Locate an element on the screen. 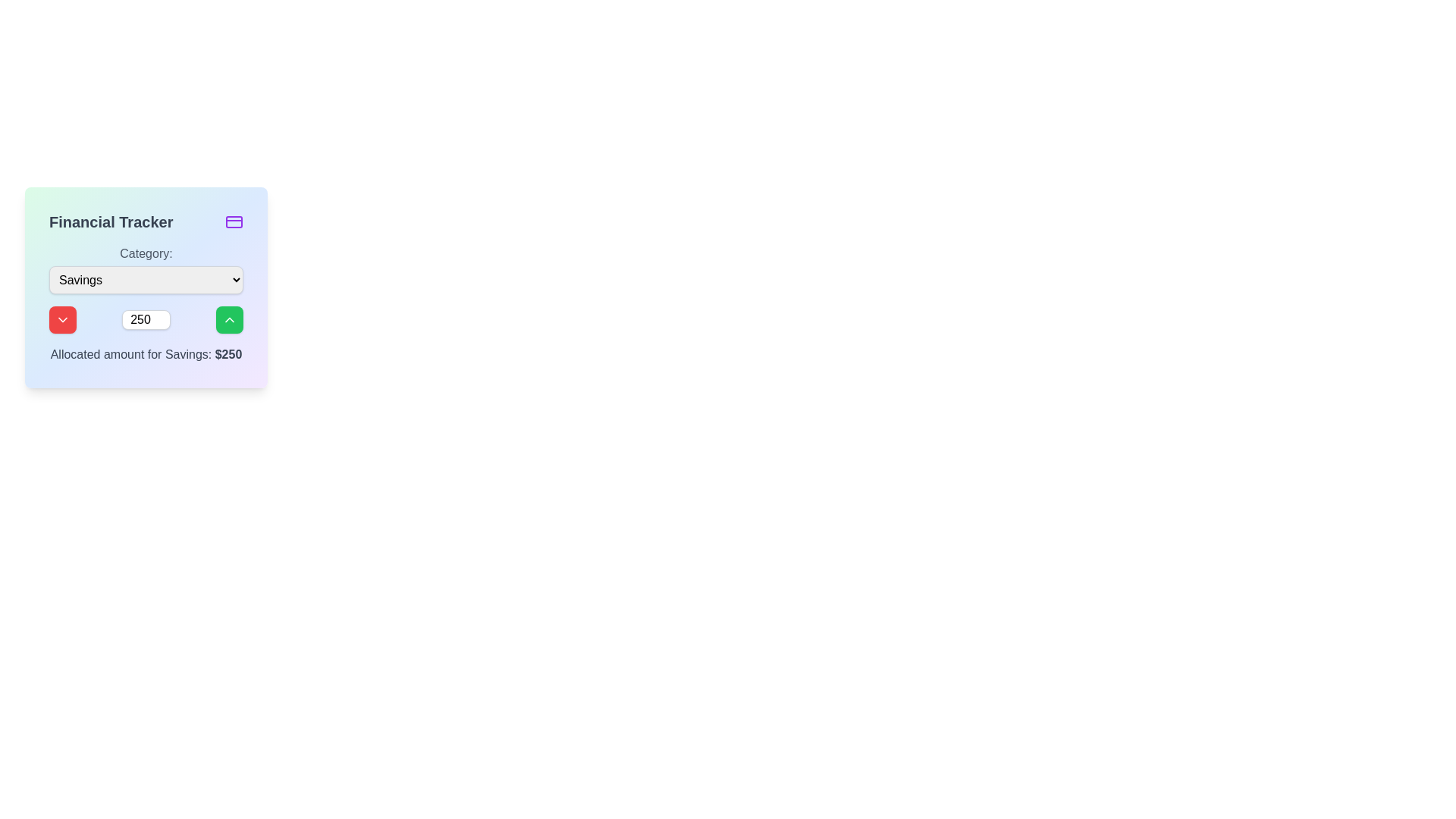  the downward-facing chevron icon button, which is a minimalist outlined triangle in a red circular button, to reduce the adjacent numeric value of '250' is located at coordinates (61, 318).